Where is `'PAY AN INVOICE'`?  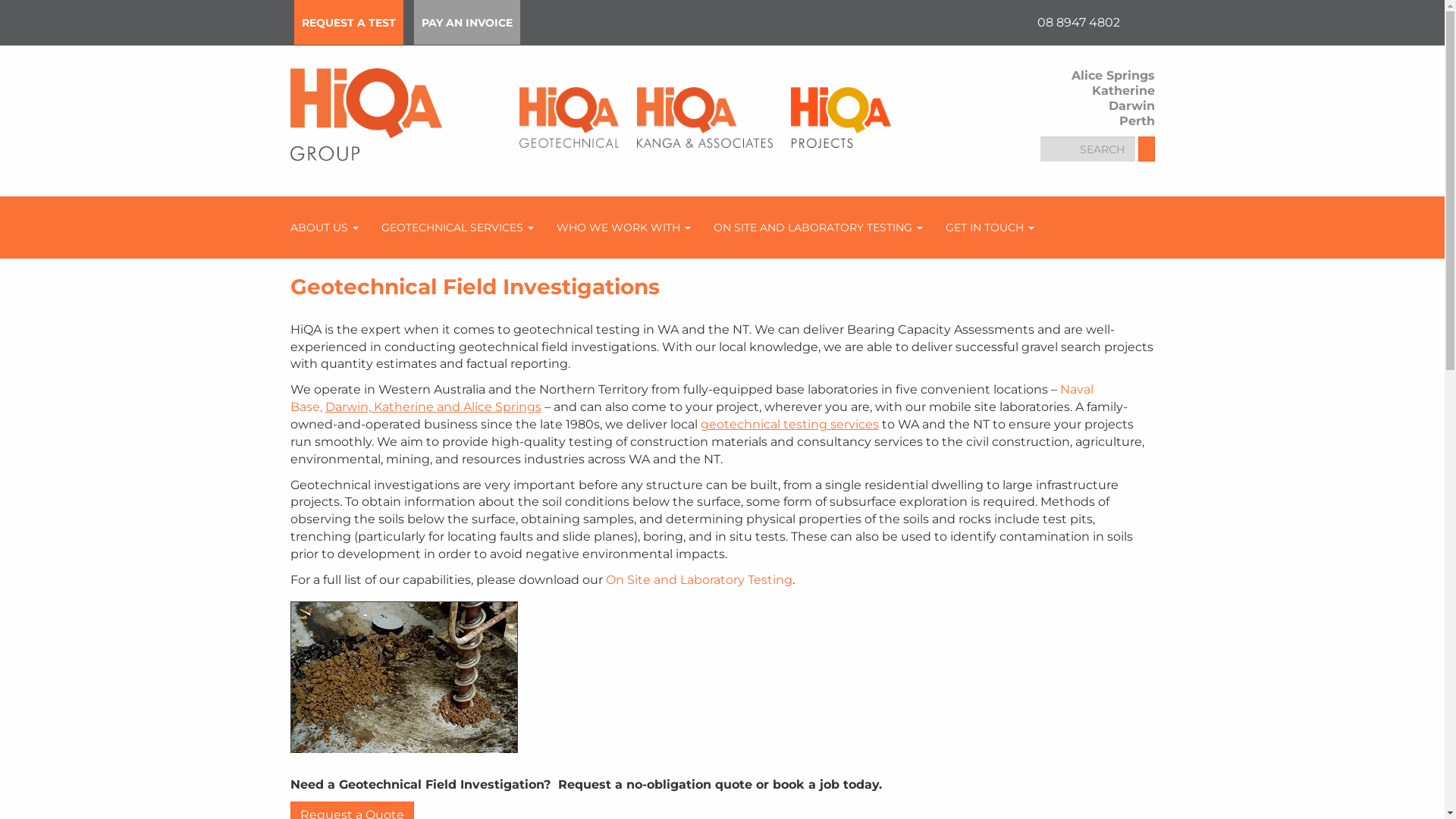
'PAY AN INVOICE' is located at coordinates (466, 22).